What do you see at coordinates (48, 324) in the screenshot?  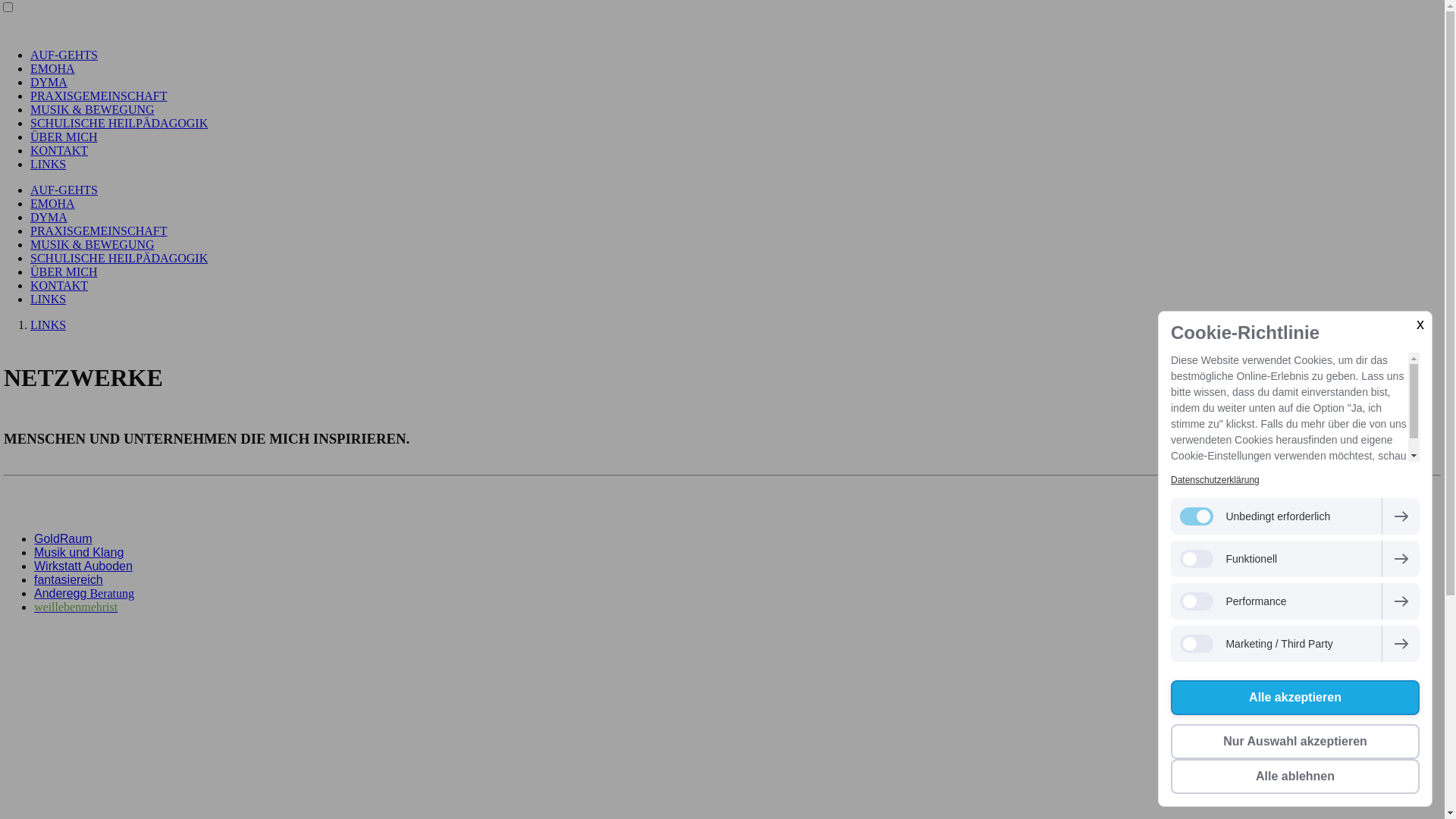 I see `'LINKS'` at bounding box center [48, 324].